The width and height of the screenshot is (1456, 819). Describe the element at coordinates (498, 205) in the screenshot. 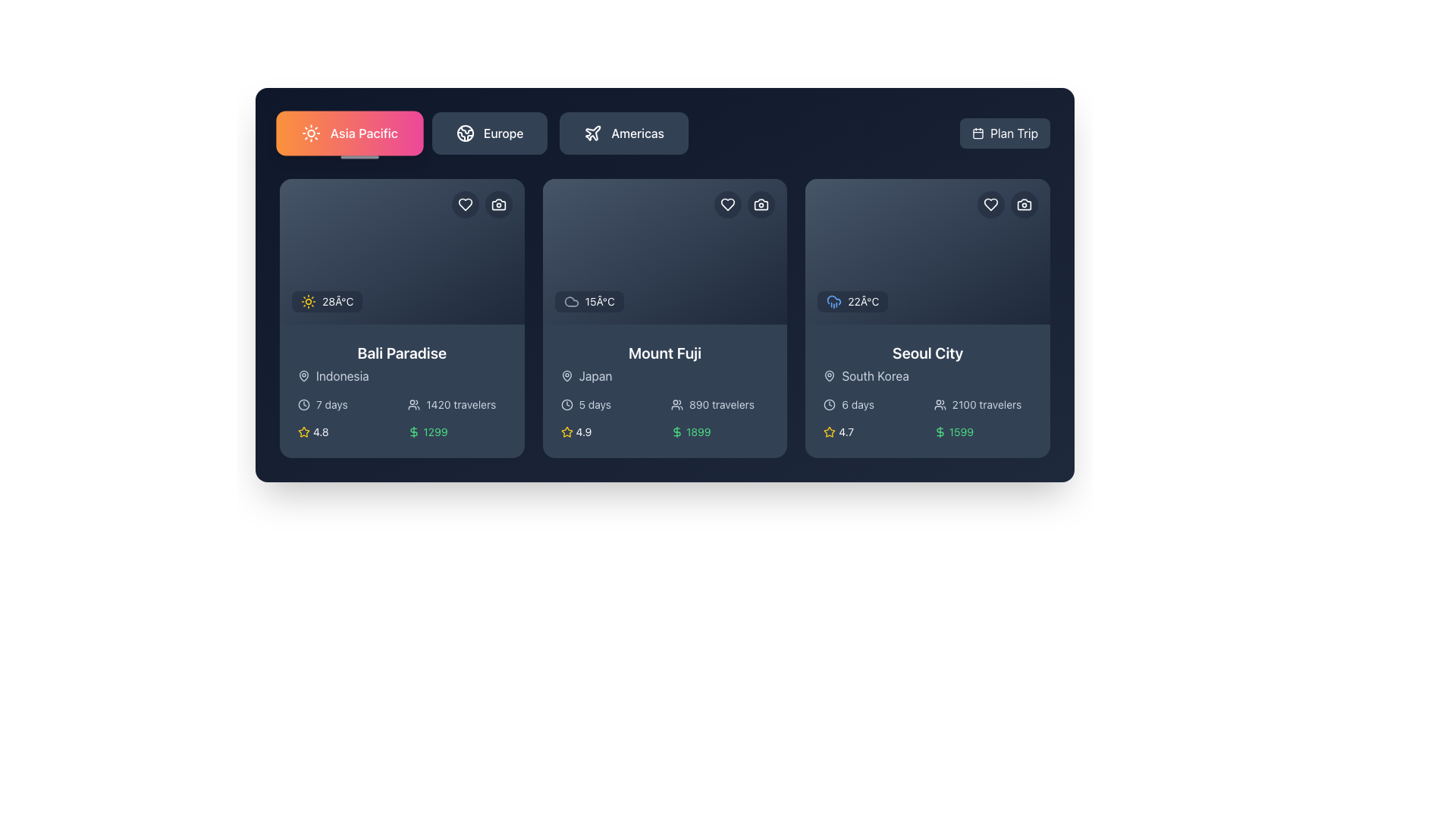

I see `the second circular button from the right at the top-right corner of the card component` at that location.